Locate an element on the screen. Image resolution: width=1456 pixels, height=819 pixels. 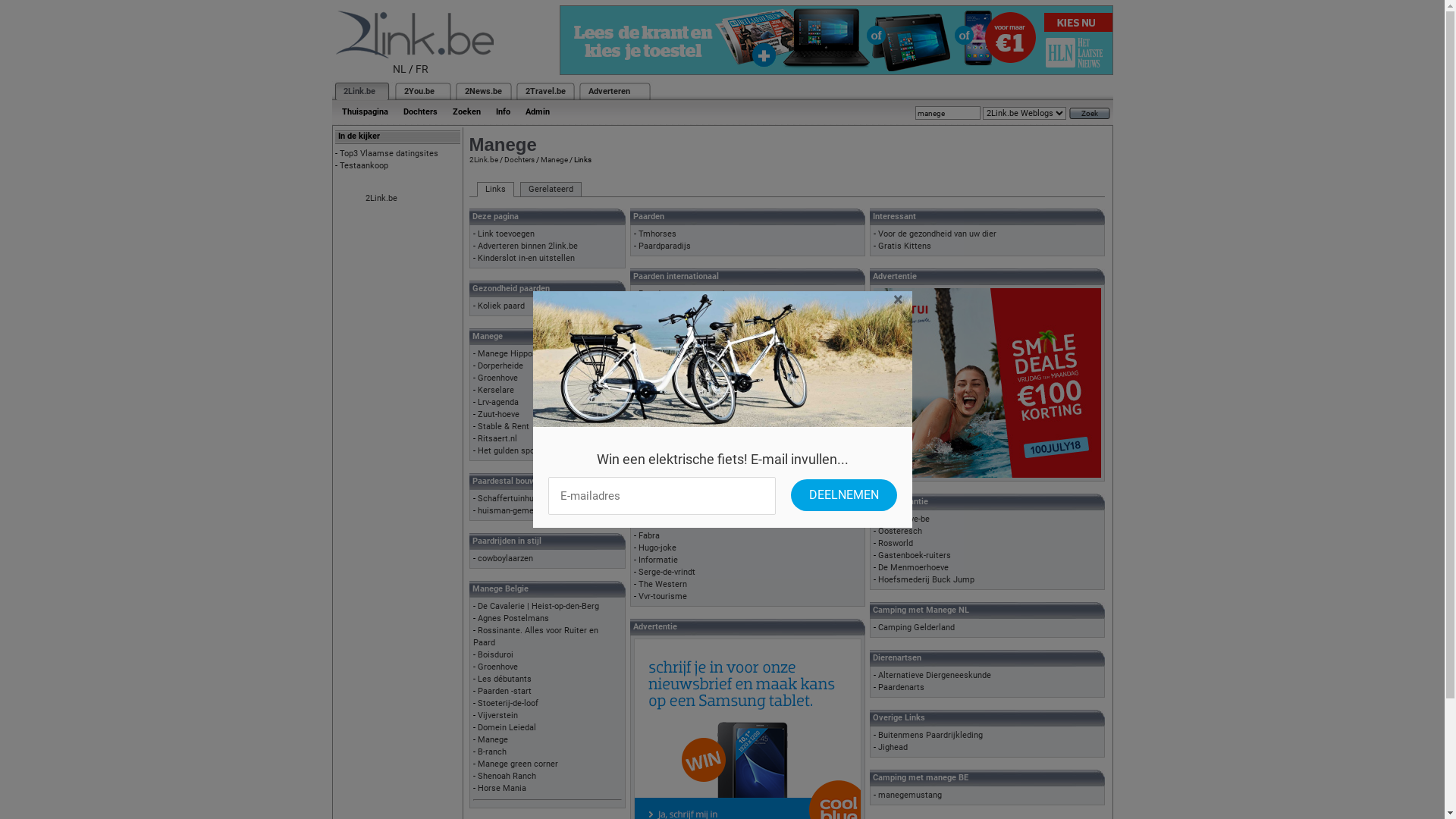
'Nordpferde' is located at coordinates (659, 342).